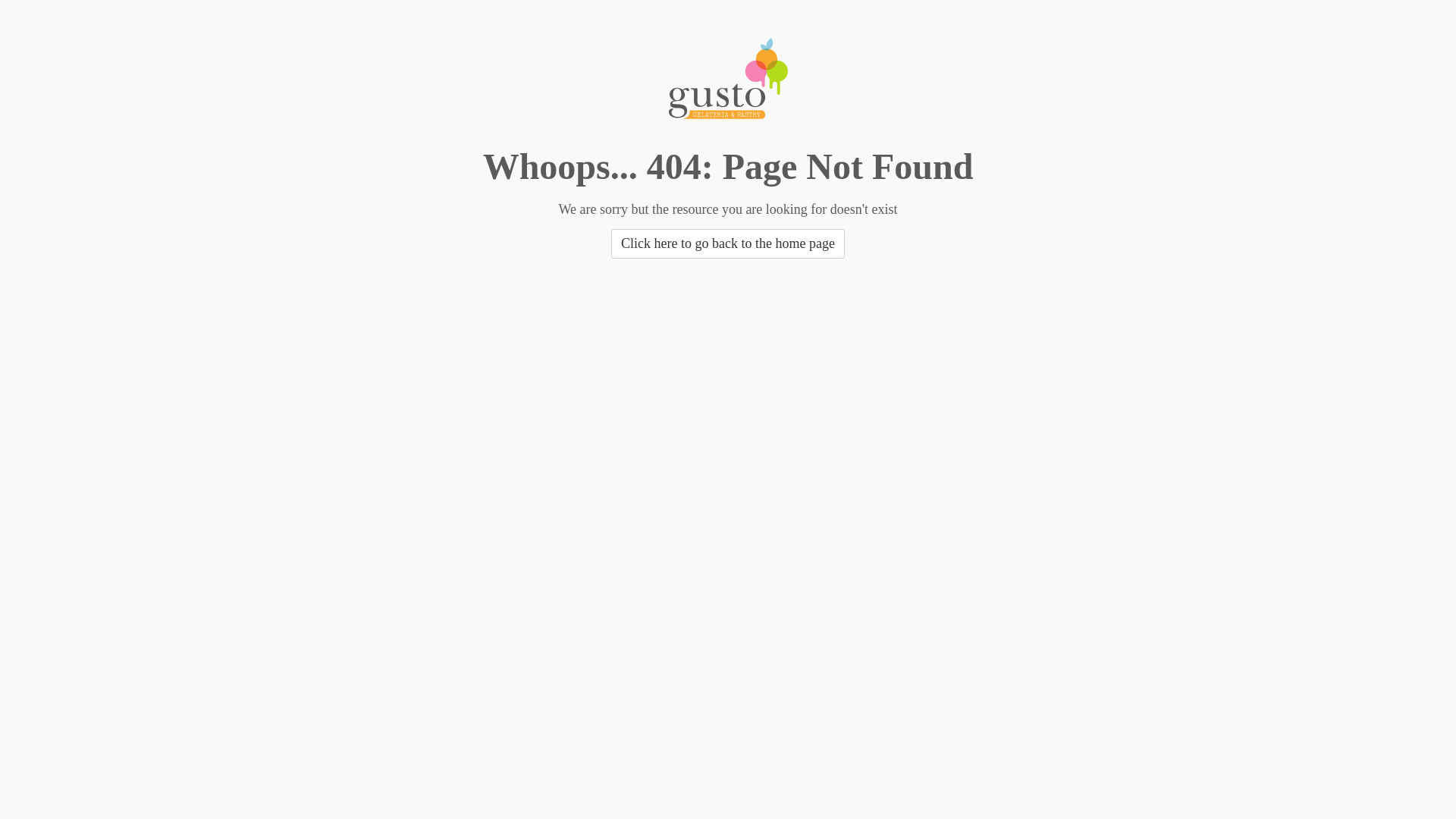 This screenshot has height=819, width=1456. I want to click on 'Click here to go back to the home page', so click(728, 243).